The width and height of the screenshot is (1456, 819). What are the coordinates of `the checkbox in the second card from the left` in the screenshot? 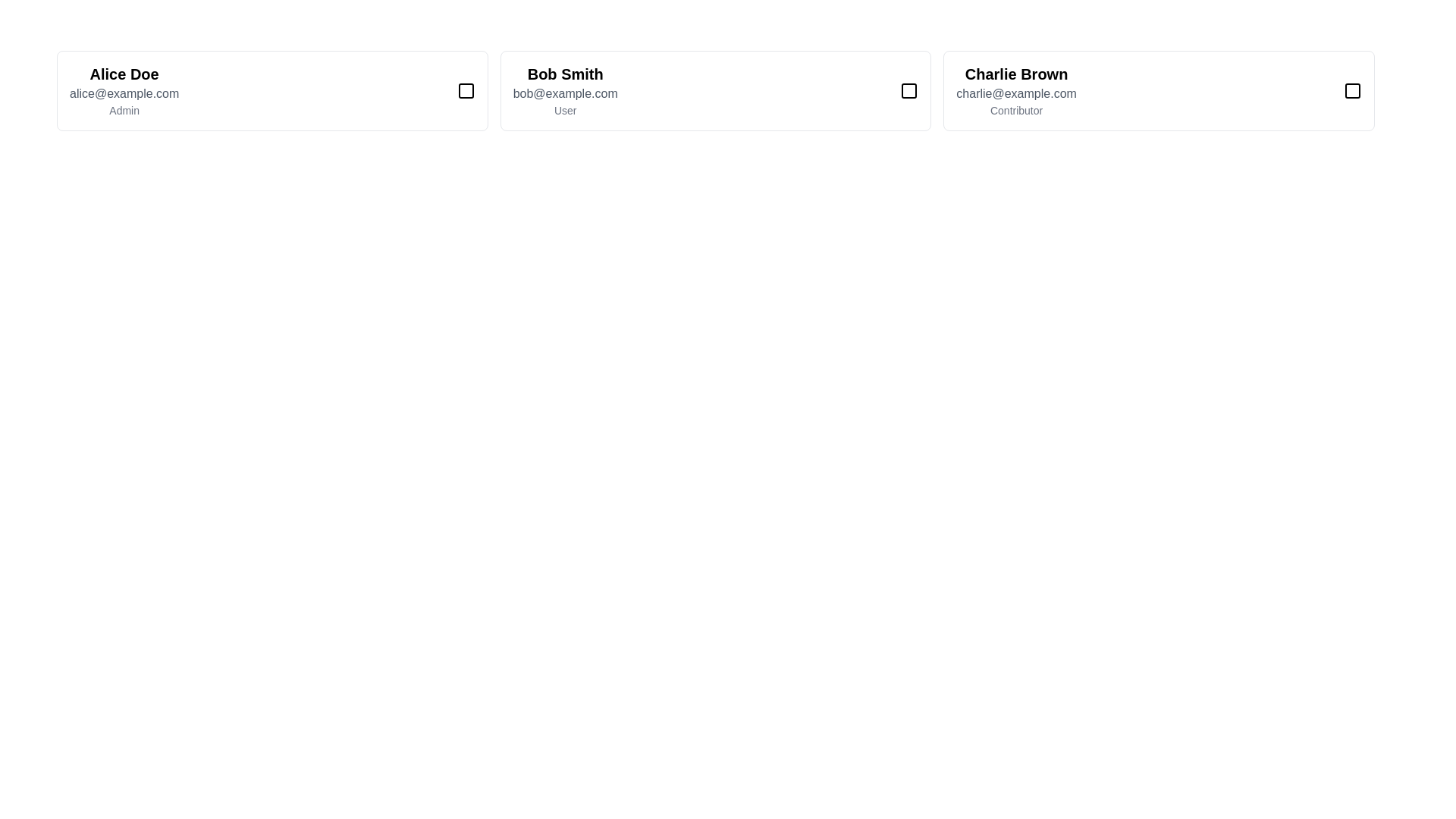 It's located at (909, 90).